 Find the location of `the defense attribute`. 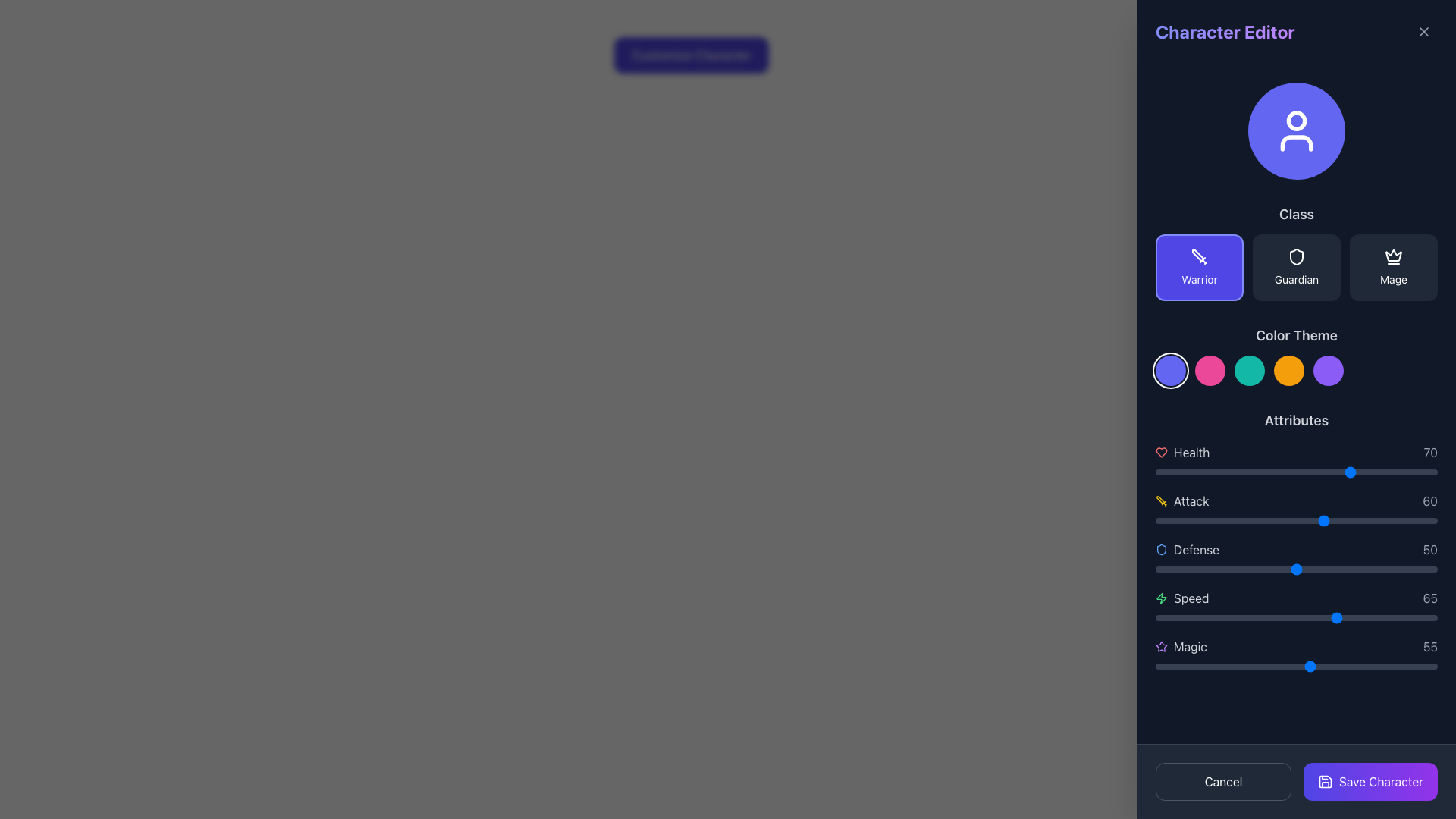

the defense attribute is located at coordinates (1257, 570).